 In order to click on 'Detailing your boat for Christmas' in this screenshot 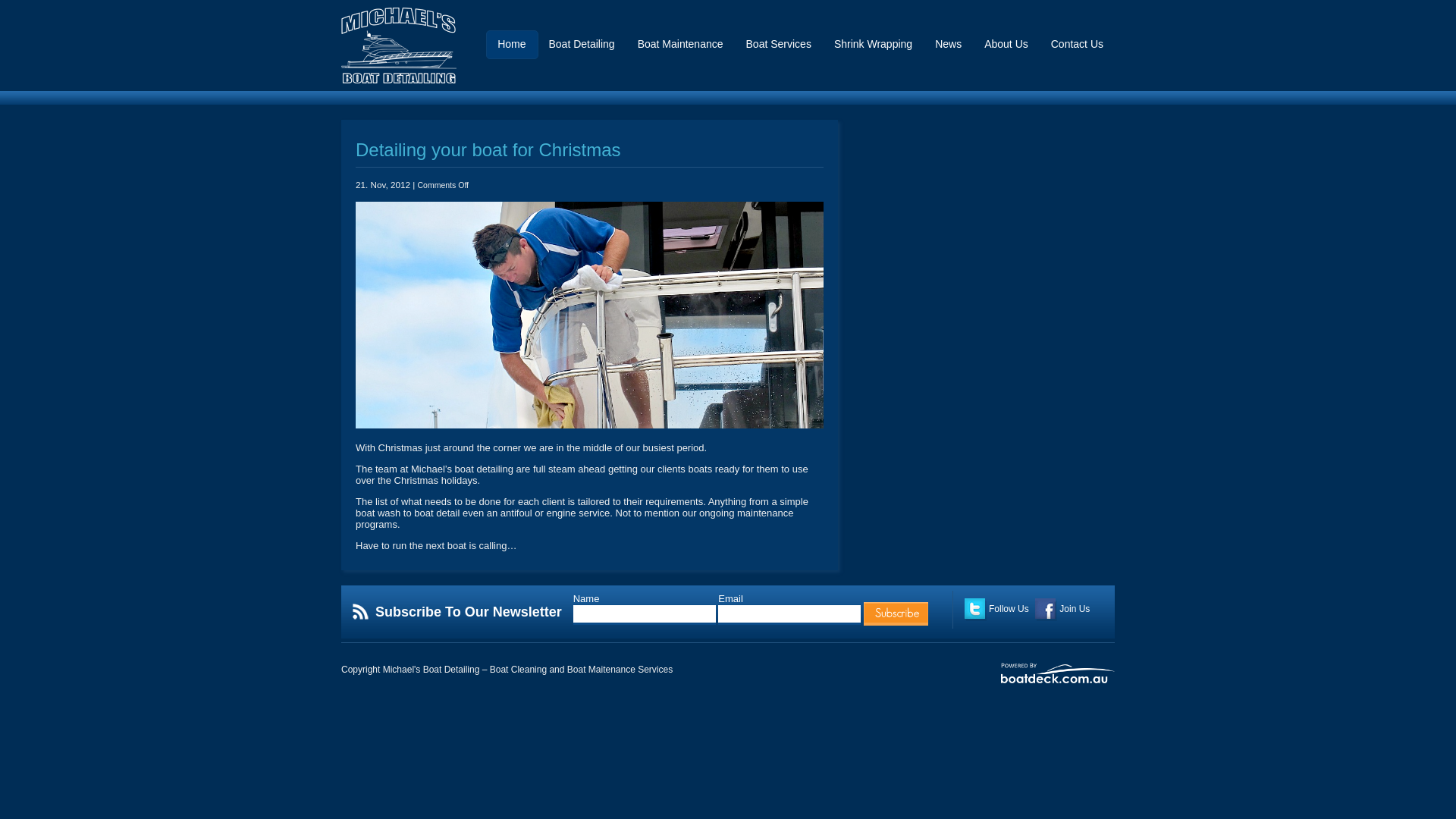, I will do `click(488, 149)`.